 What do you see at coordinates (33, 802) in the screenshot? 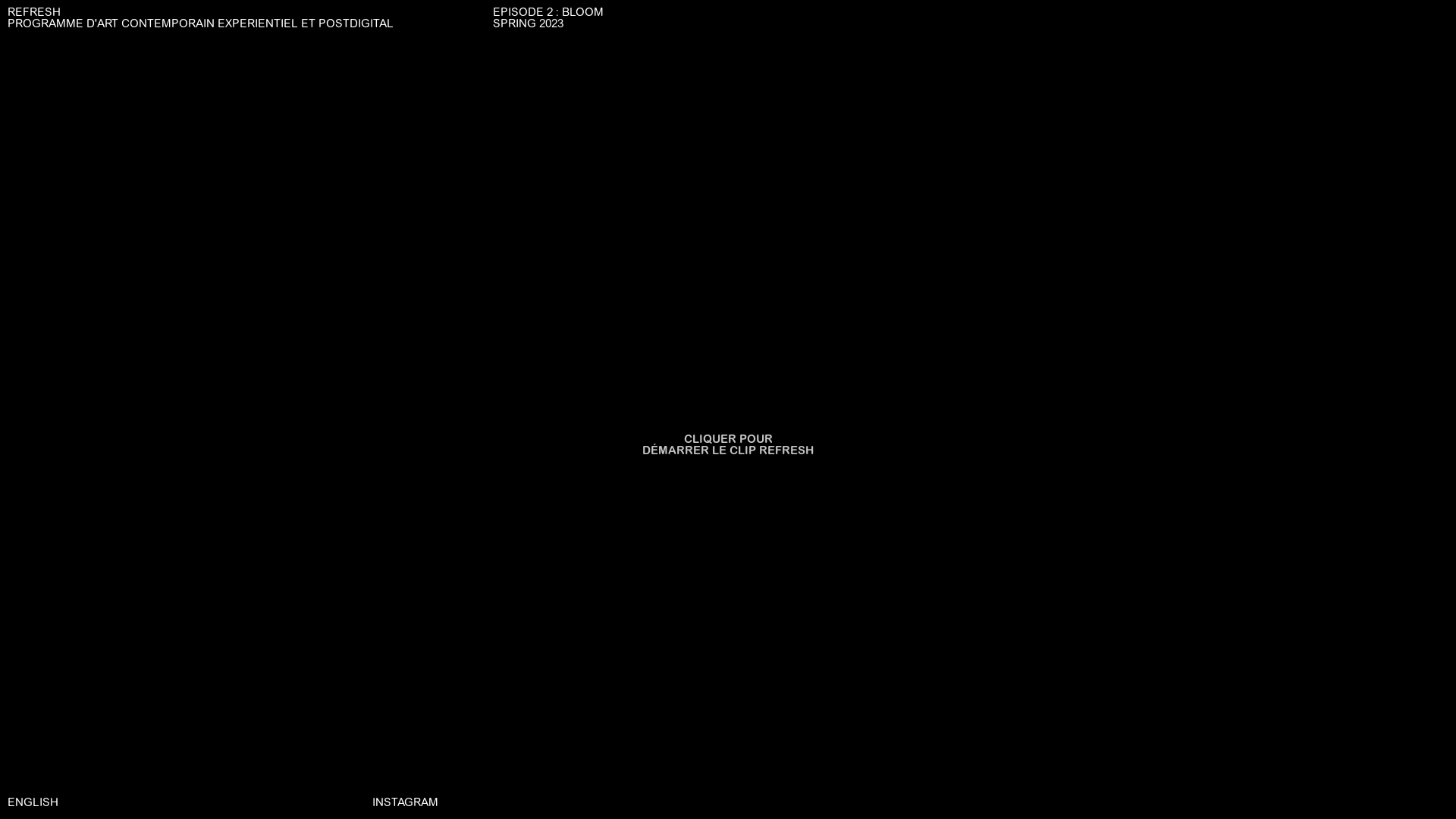
I see `'ENGLISH'` at bounding box center [33, 802].